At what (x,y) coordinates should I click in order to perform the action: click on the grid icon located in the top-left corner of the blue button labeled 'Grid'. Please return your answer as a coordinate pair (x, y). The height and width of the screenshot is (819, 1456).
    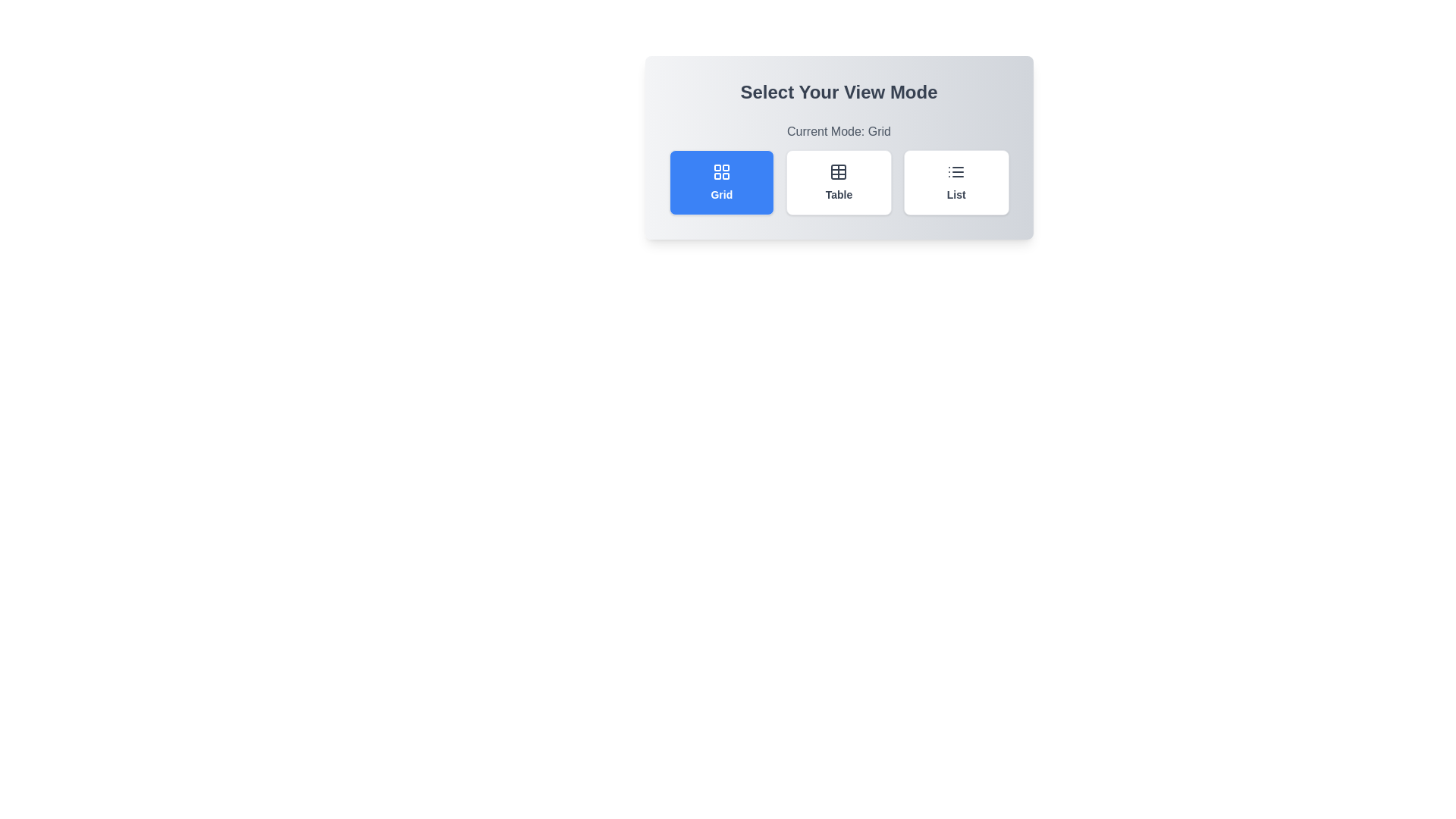
    Looking at the image, I should click on (720, 171).